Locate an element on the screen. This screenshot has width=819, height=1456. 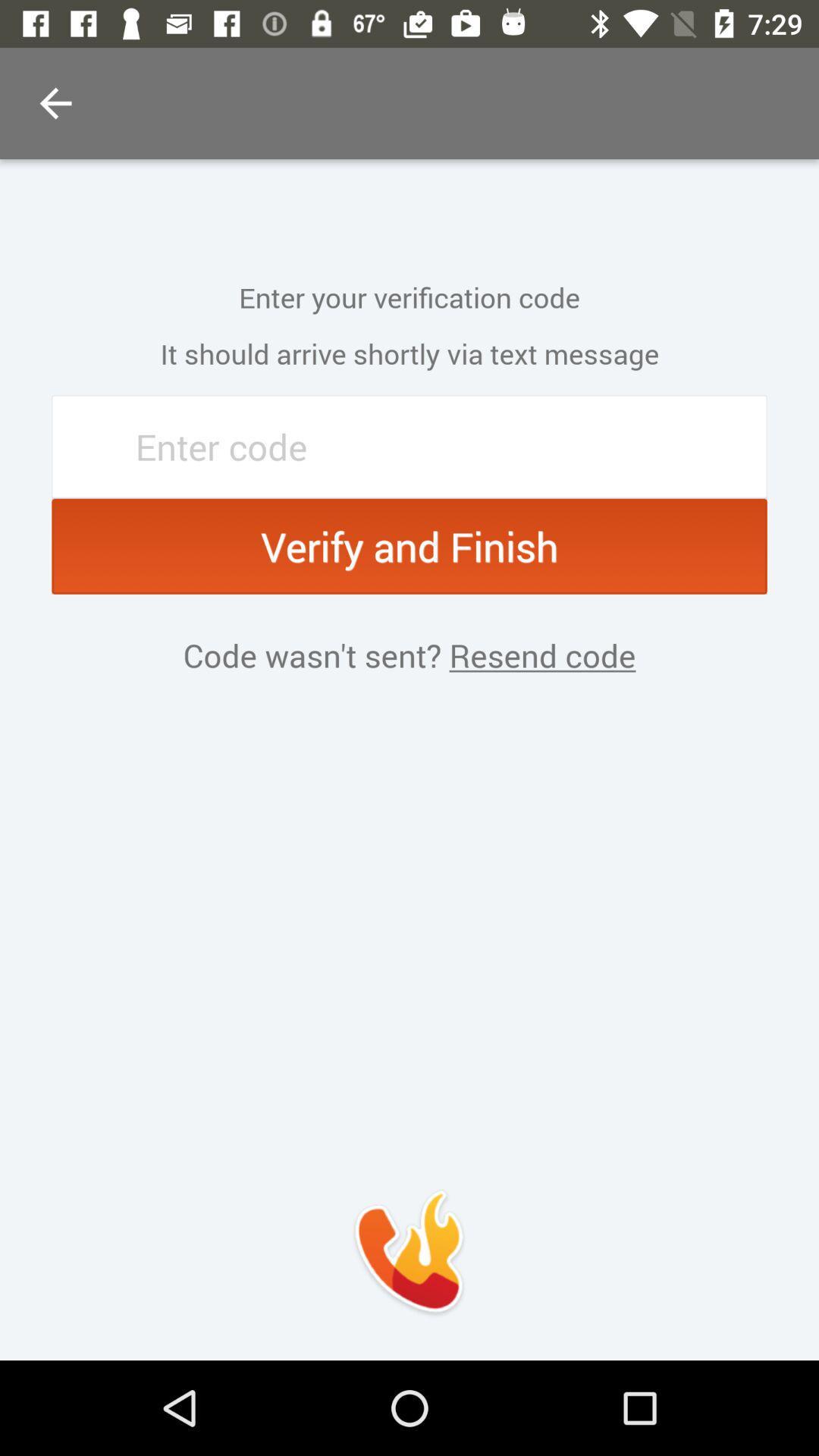
the item to the right of the code wasn t item is located at coordinates (538, 655).